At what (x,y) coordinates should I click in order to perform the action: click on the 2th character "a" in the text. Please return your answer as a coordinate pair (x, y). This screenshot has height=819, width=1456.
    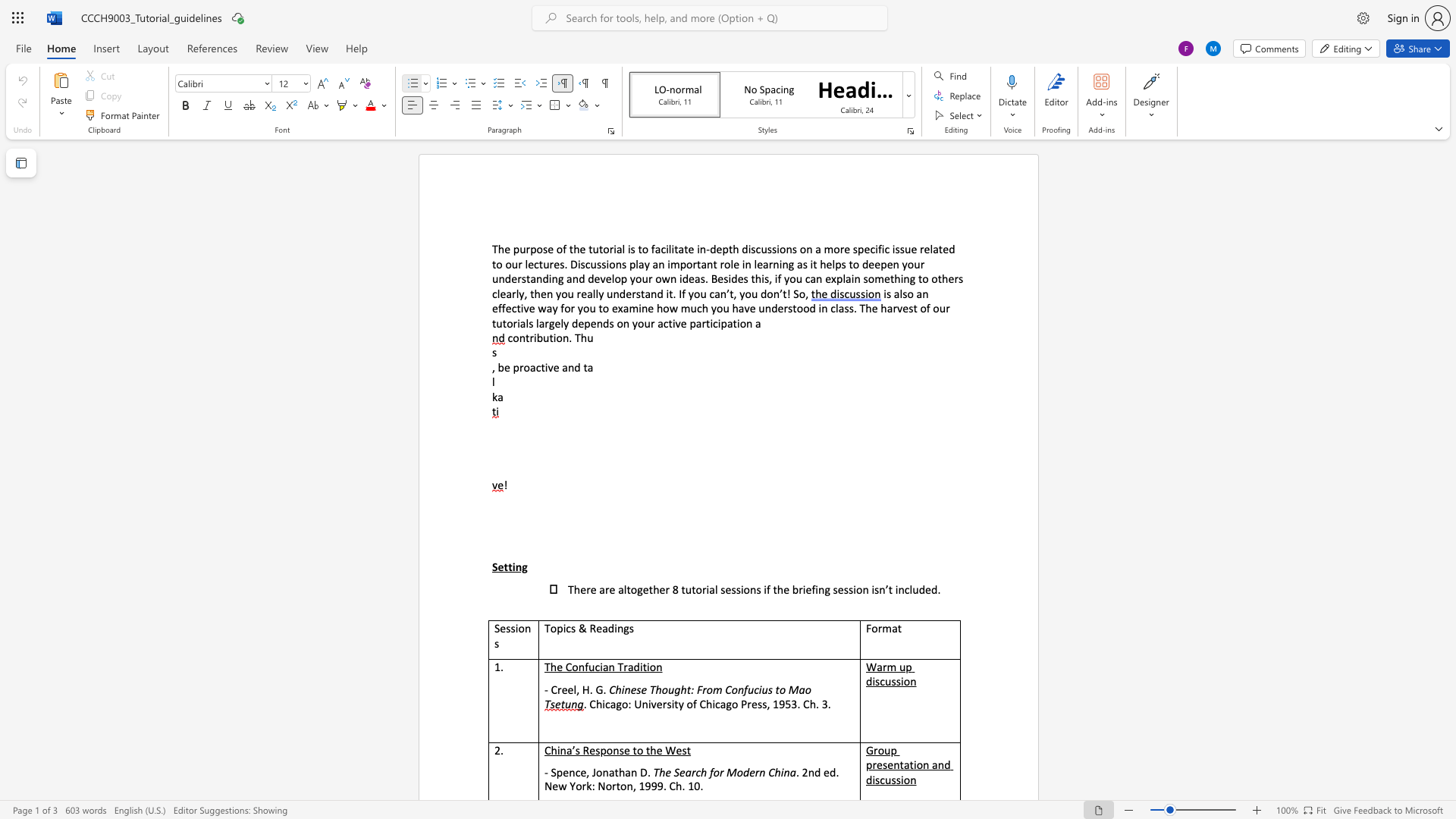
    Looking at the image, I should click on (630, 666).